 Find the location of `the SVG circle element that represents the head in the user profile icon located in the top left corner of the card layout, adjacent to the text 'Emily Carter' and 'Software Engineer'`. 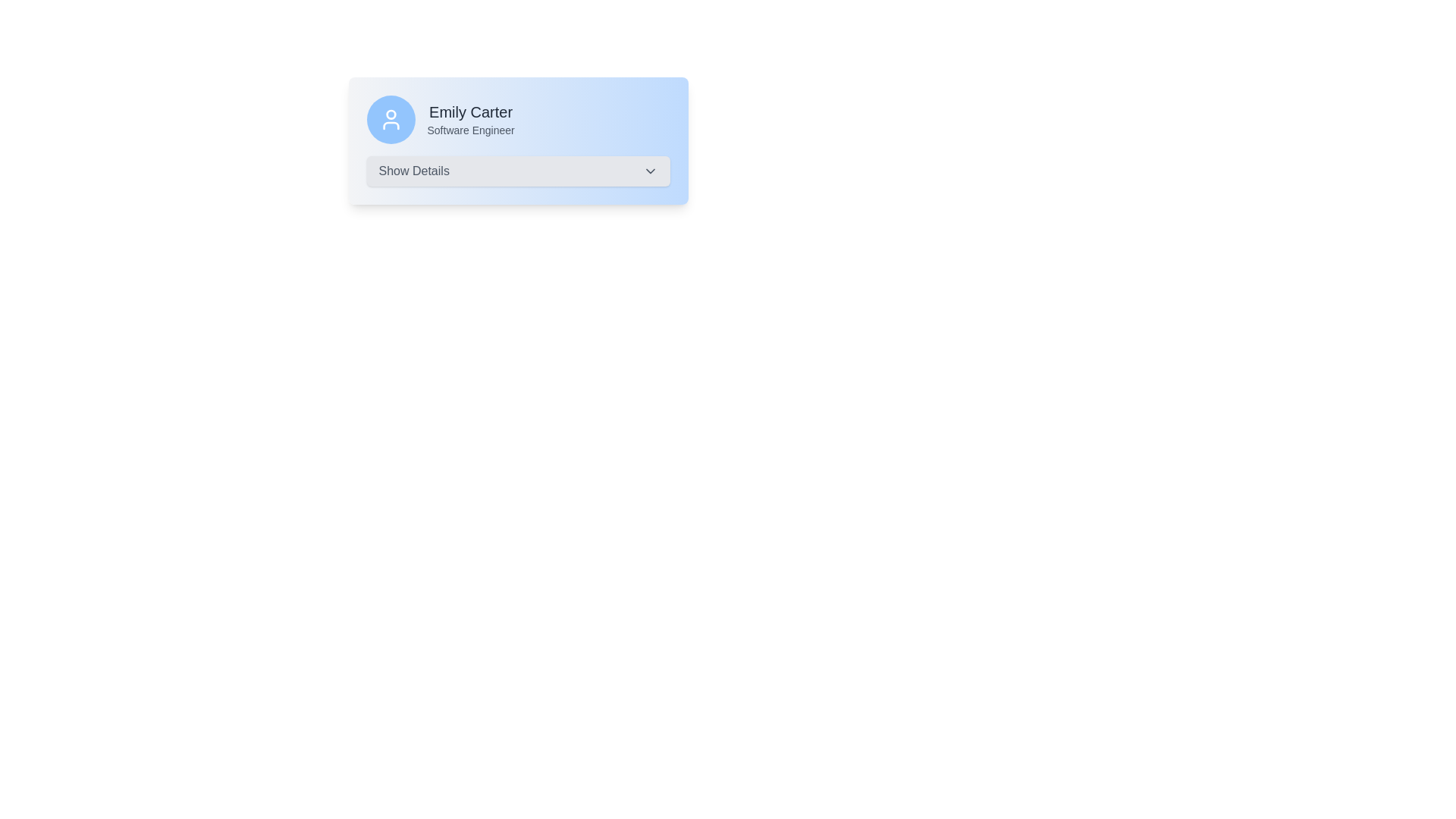

the SVG circle element that represents the head in the user profile icon located in the top left corner of the card layout, adjacent to the text 'Emily Carter' and 'Software Engineer' is located at coordinates (391, 114).